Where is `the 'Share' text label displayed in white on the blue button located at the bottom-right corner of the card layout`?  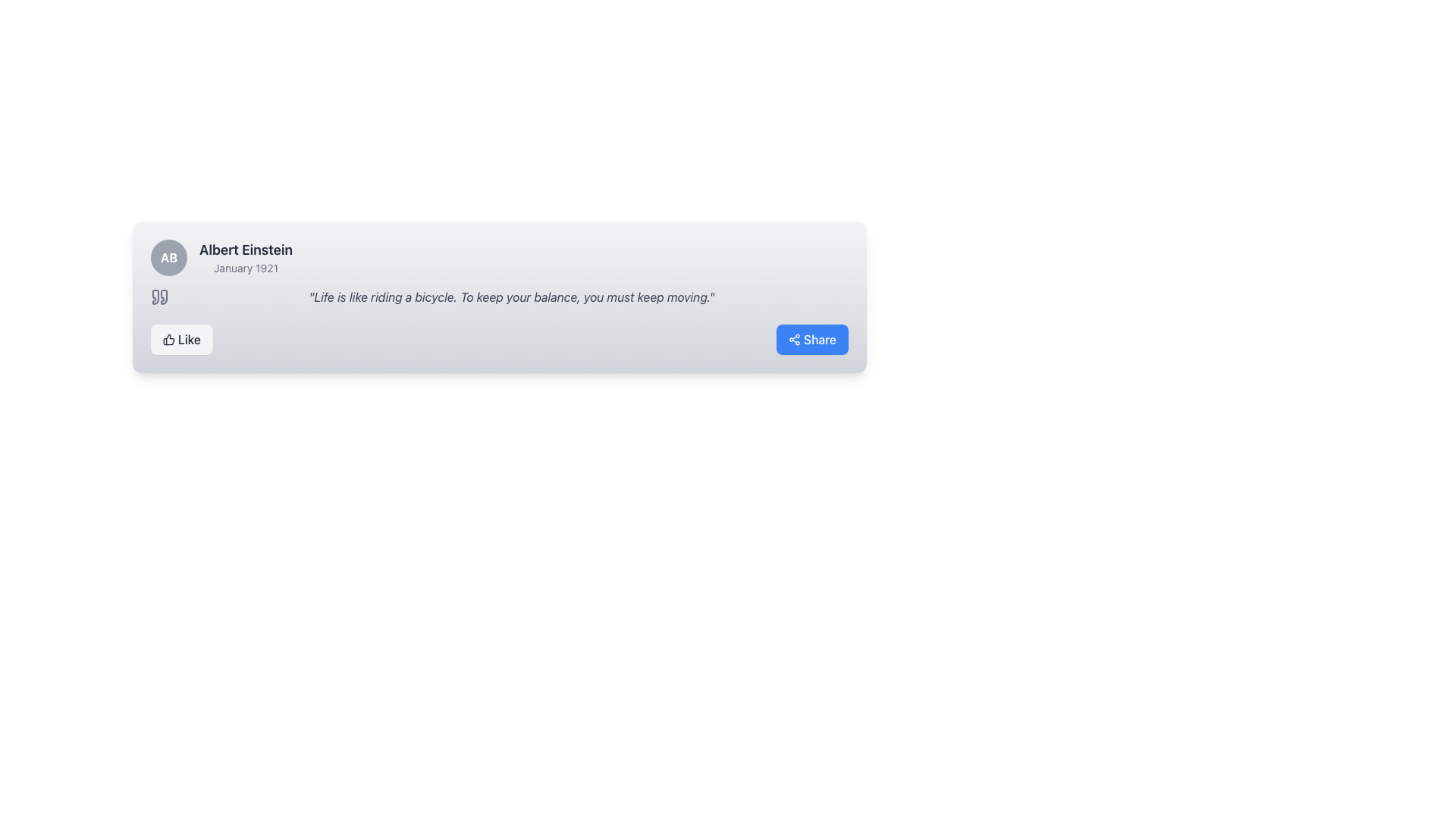 the 'Share' text label displayed in white on the blue button located at the bottom-right corner of the card layout is located at coordinates (819, 338).